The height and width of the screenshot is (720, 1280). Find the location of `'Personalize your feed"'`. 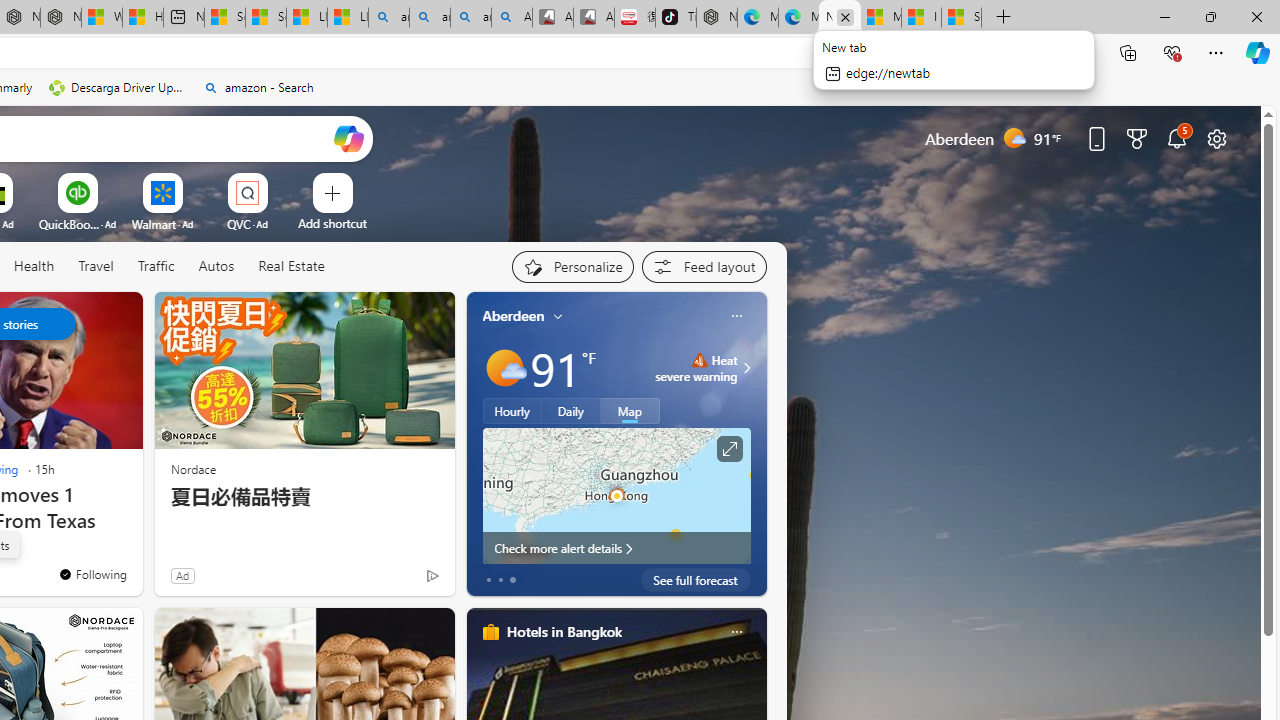

'Personalize your feed"' is located at coordinates (571, 266).